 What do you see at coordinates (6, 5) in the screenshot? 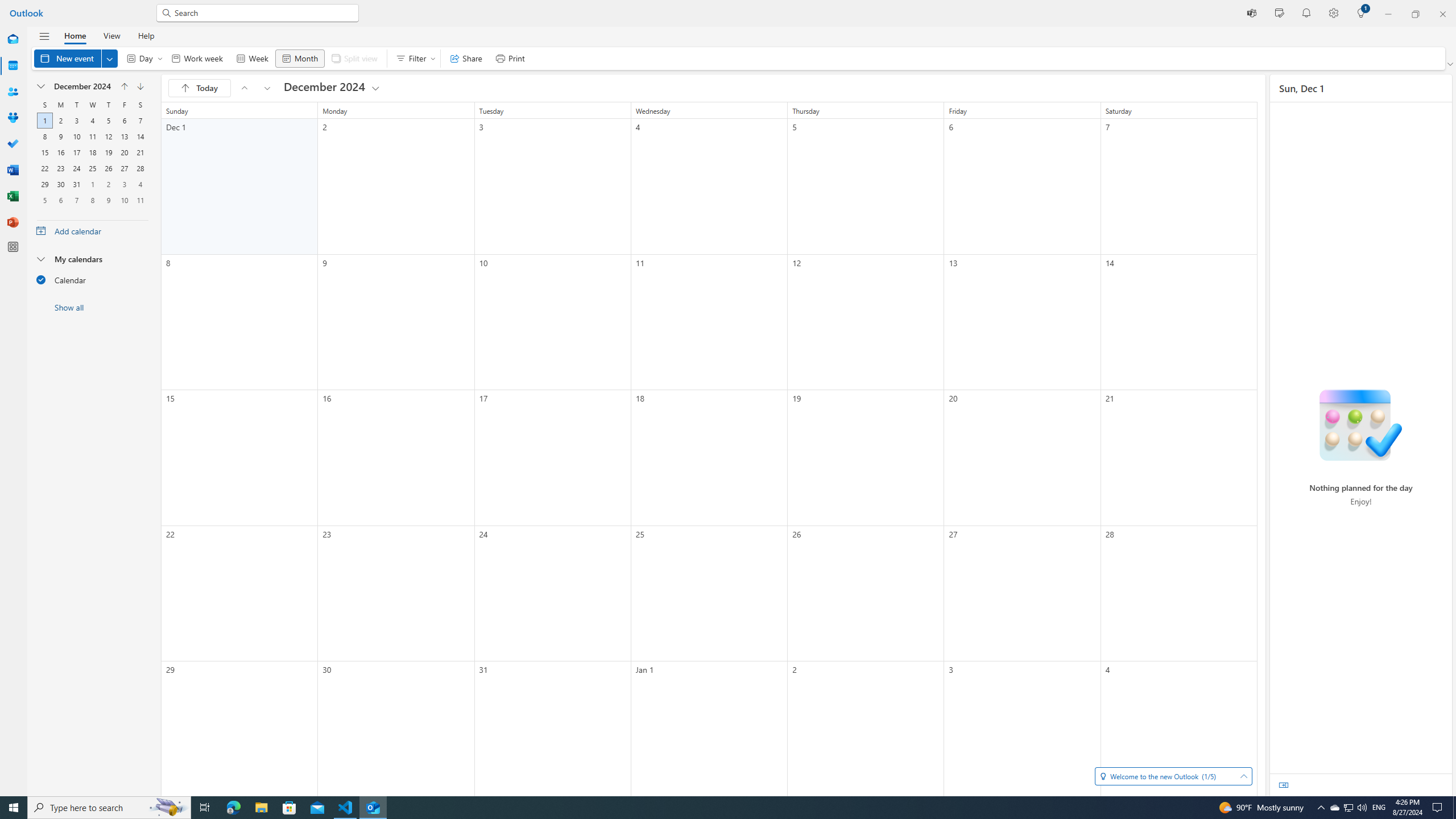
I see `'System'` at bounding box center [6, 5].